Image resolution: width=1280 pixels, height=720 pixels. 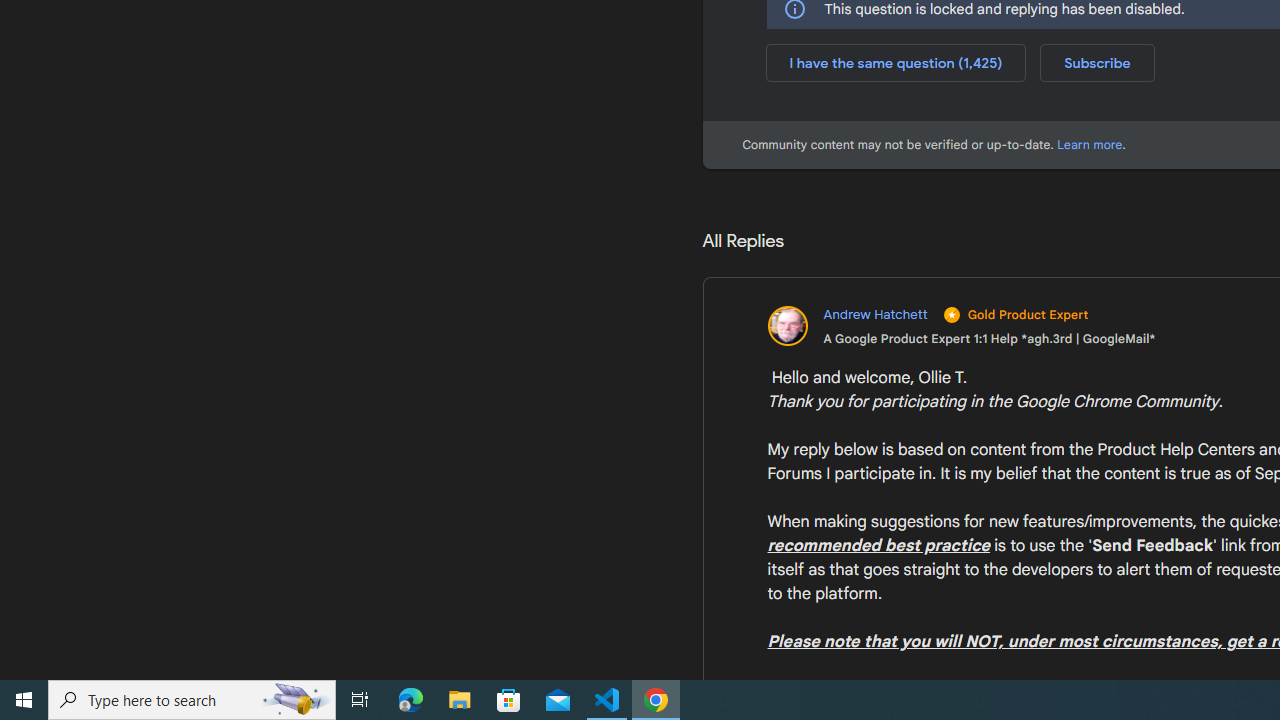 I want to click on 'Subscribe', so click(x=1096, y=61).